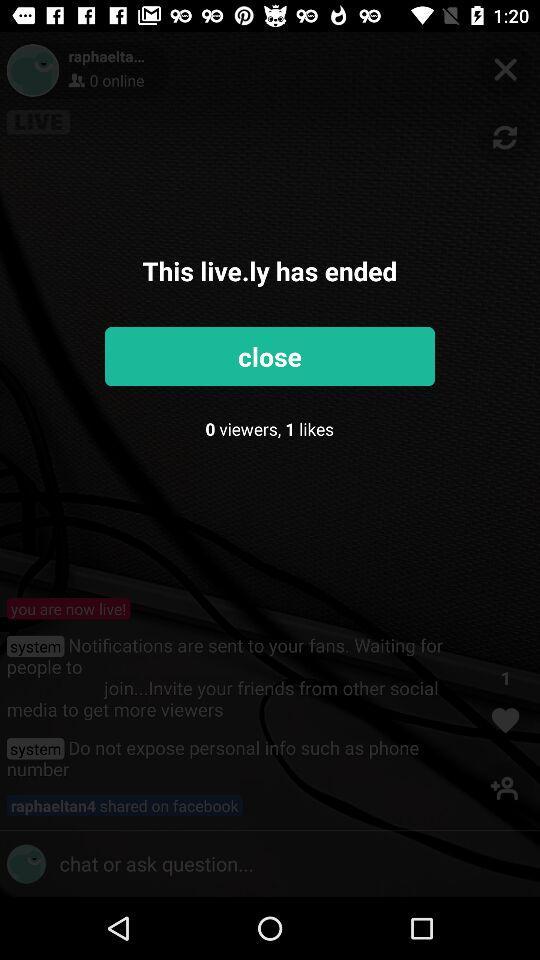 The image size is (540, 960). What do you see at coordinates (504, 69) in the screenshot?
I see `the close icon` at bounding box center [504, 69].